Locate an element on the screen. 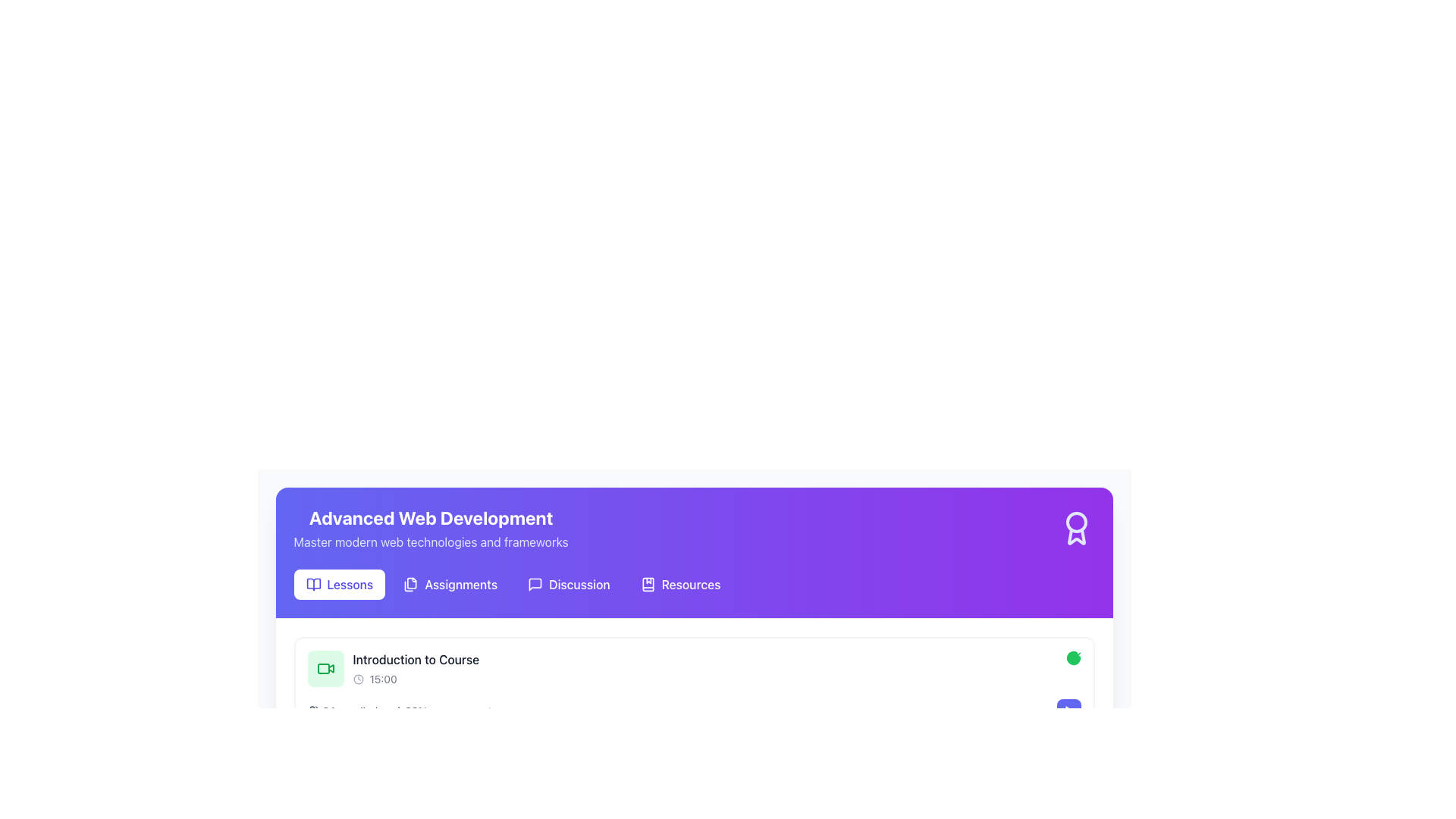 This screenshot has height=819, width=1456. the text label displaying 'Master modern web technologies and frameworks' which is styled in light indigo color and located on a purple background, positioned below the title 'Advanced Web Development' is located at coordinates (430, 541).